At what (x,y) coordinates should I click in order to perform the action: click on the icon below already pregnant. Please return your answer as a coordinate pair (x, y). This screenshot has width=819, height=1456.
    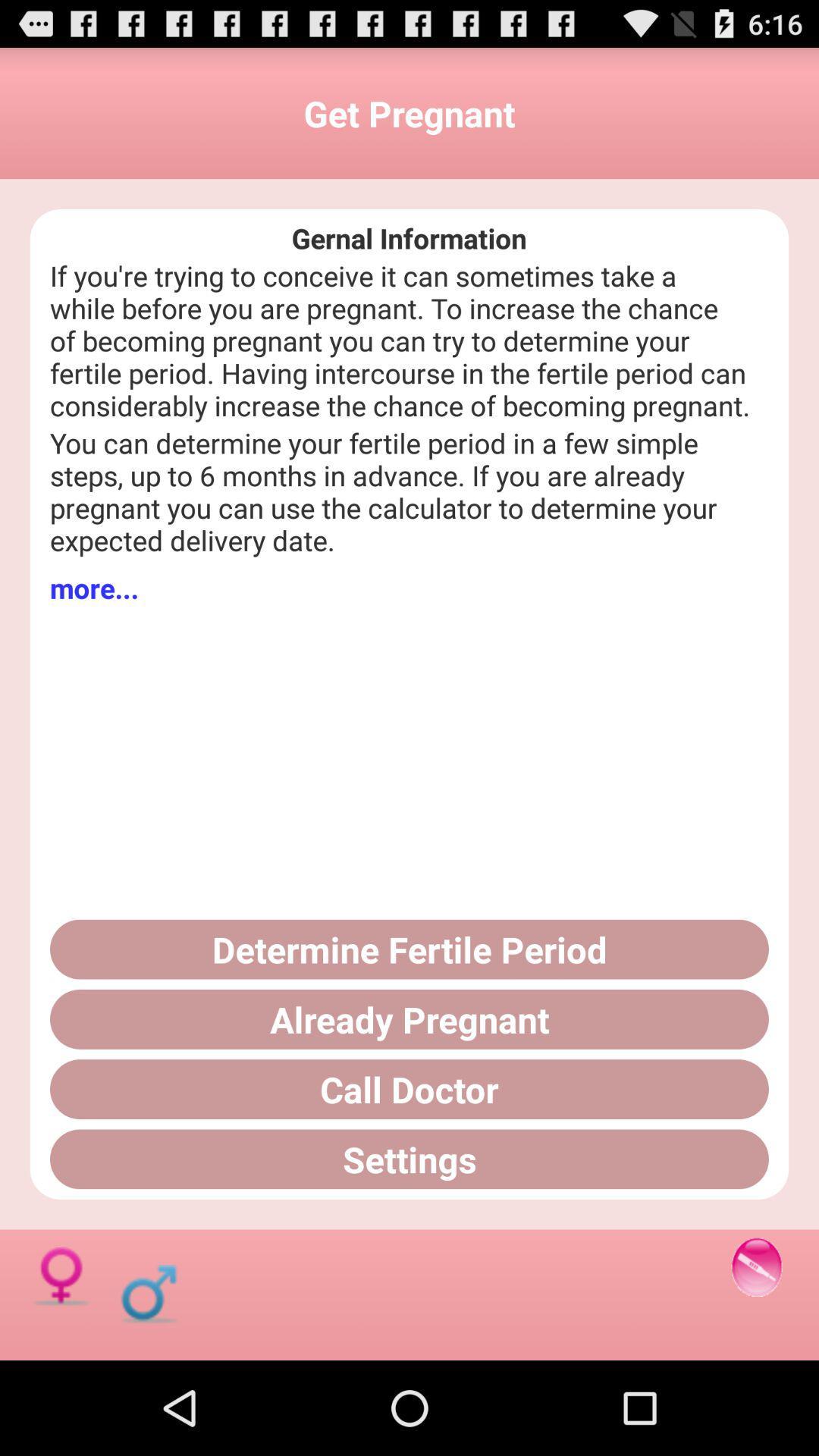
    Looking at the image, I should click on (409, 1088).